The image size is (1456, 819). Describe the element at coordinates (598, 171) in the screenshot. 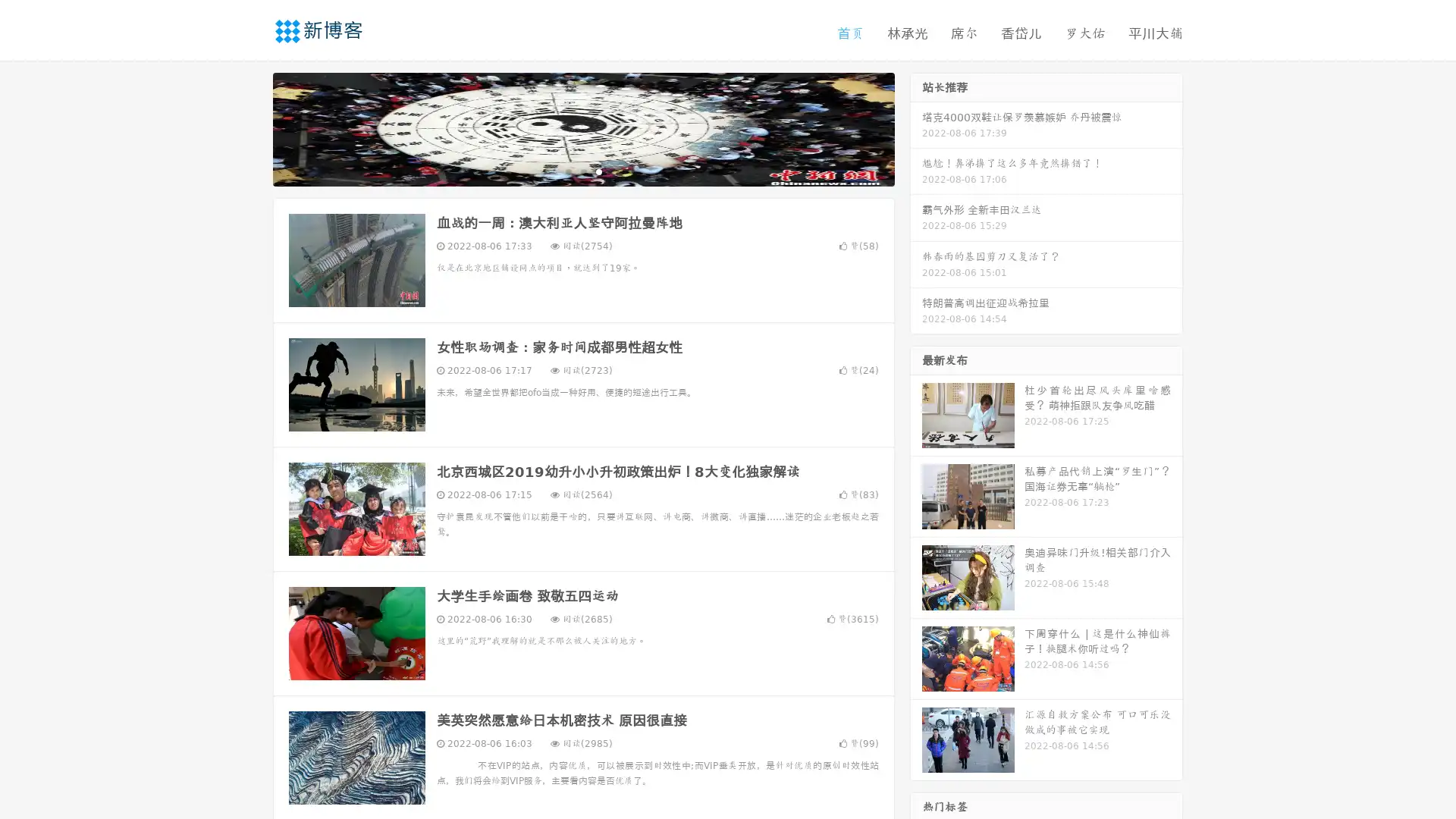

I see `Go to slide 3` at that location.